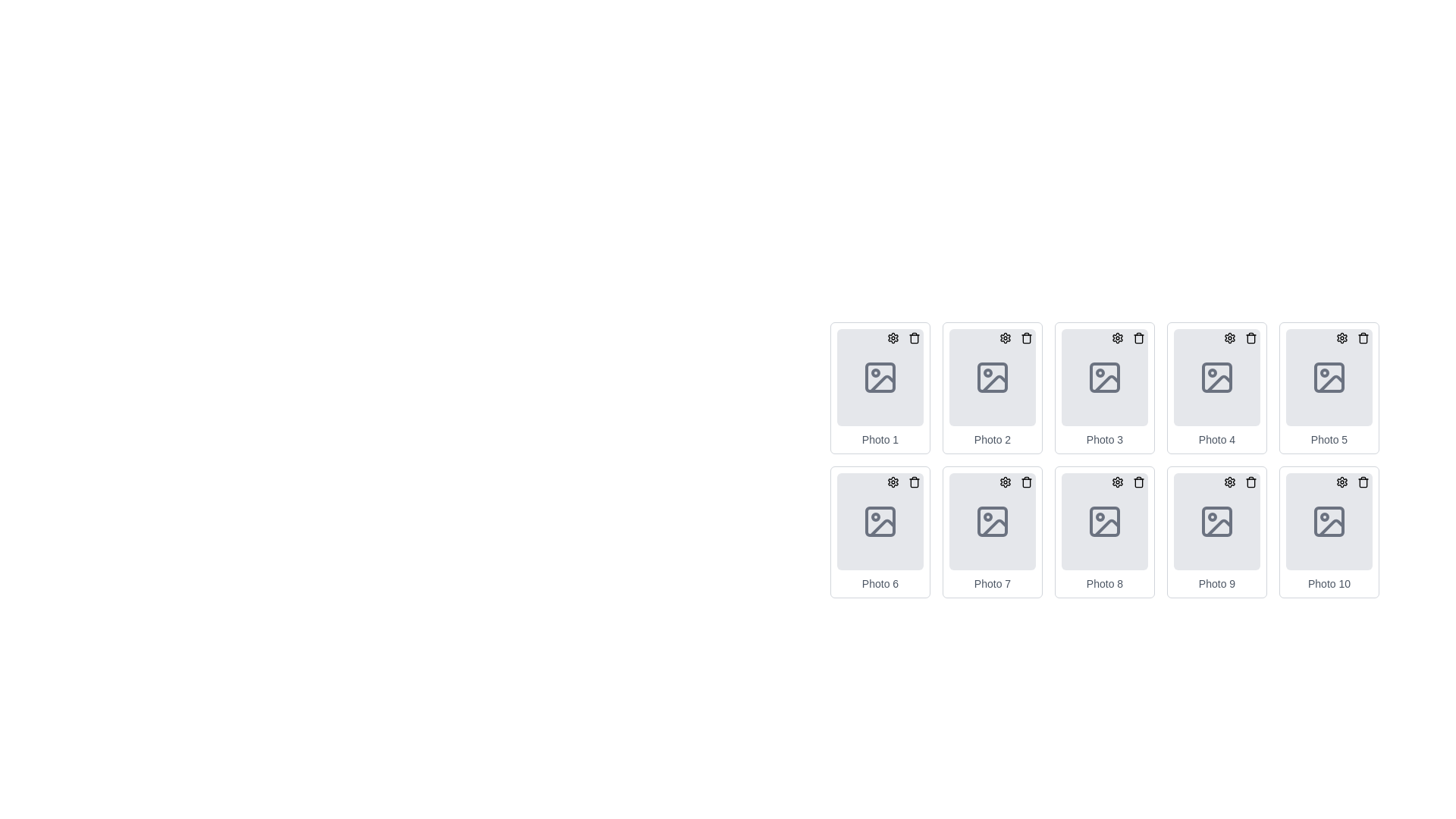 The width and height of the screenshot is (1456, 819). I want to click on the SVG icon resembling a gear or settings symbol located in the second photo thumbnail titled 'Photo 2' in the top row of the grid layout, so click(1005, 337).